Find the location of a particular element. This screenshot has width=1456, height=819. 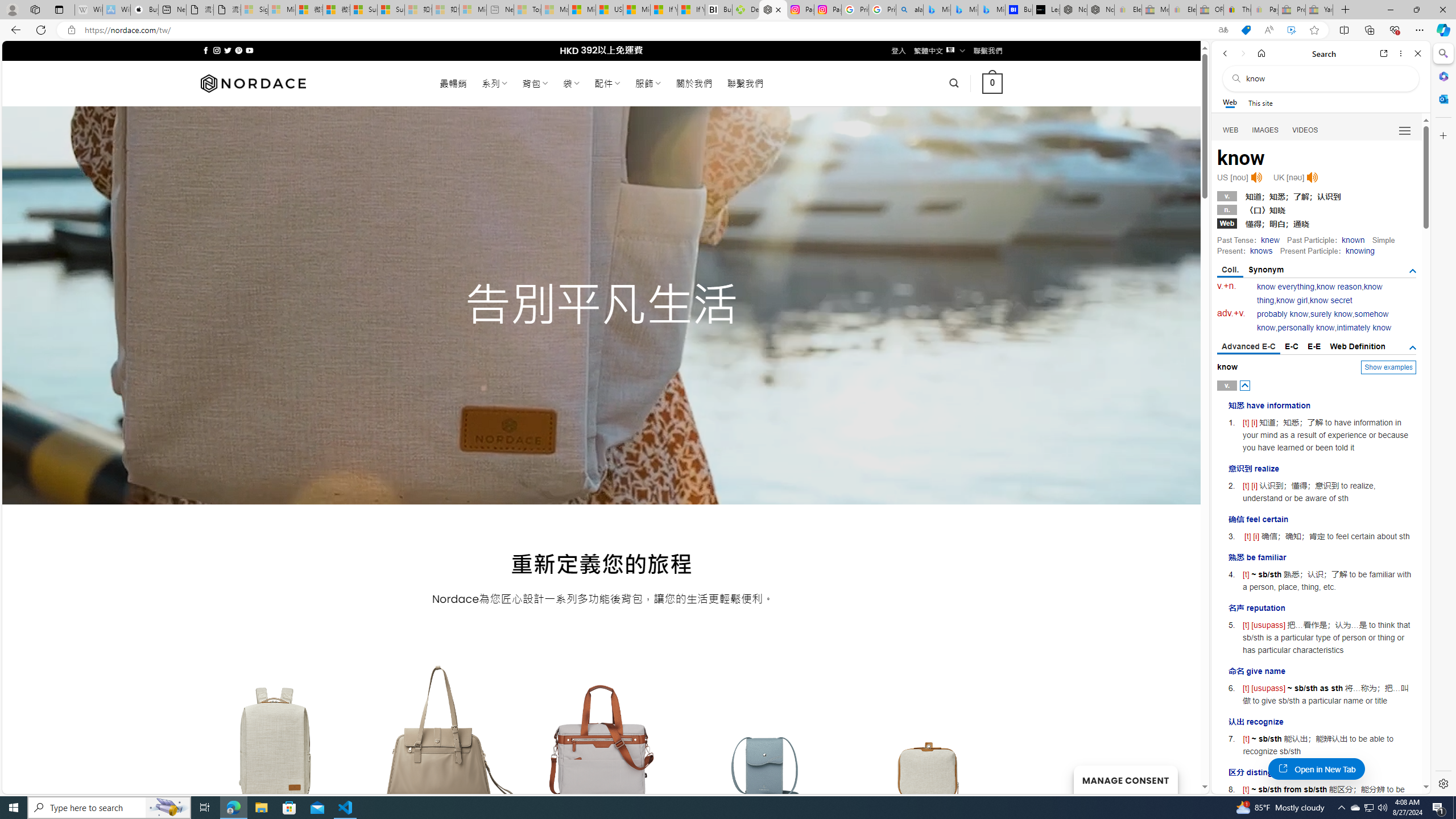

'alabama high school quarterback dies - Search' is located at coordinates (909, 9).